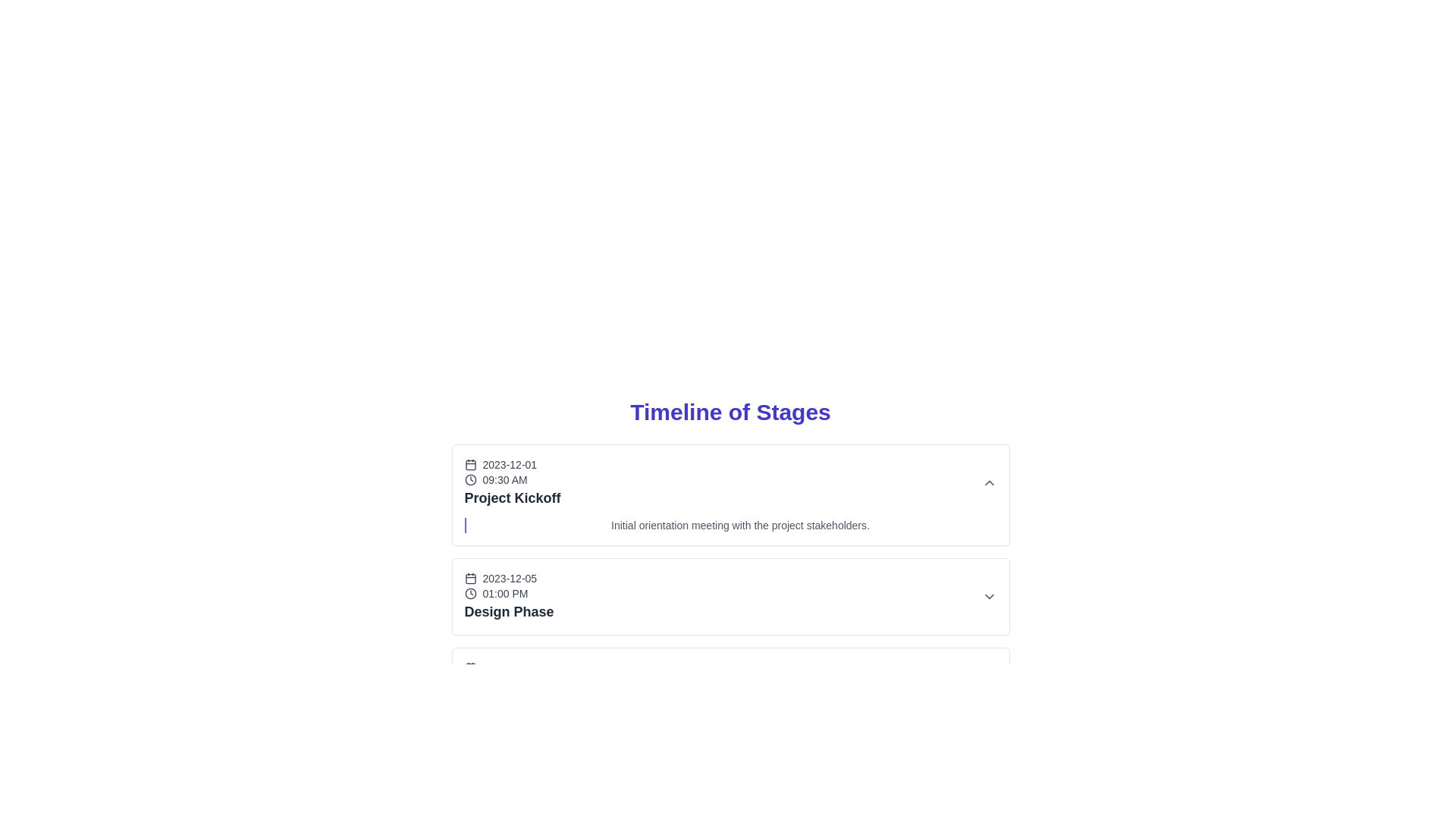  What do you see at coordinates (469, 579) in the screenshot?
I see `the date display area of the calendar icon, which is the inner rectangle within the SVG calendar icon` at bounding box center [469, 579].